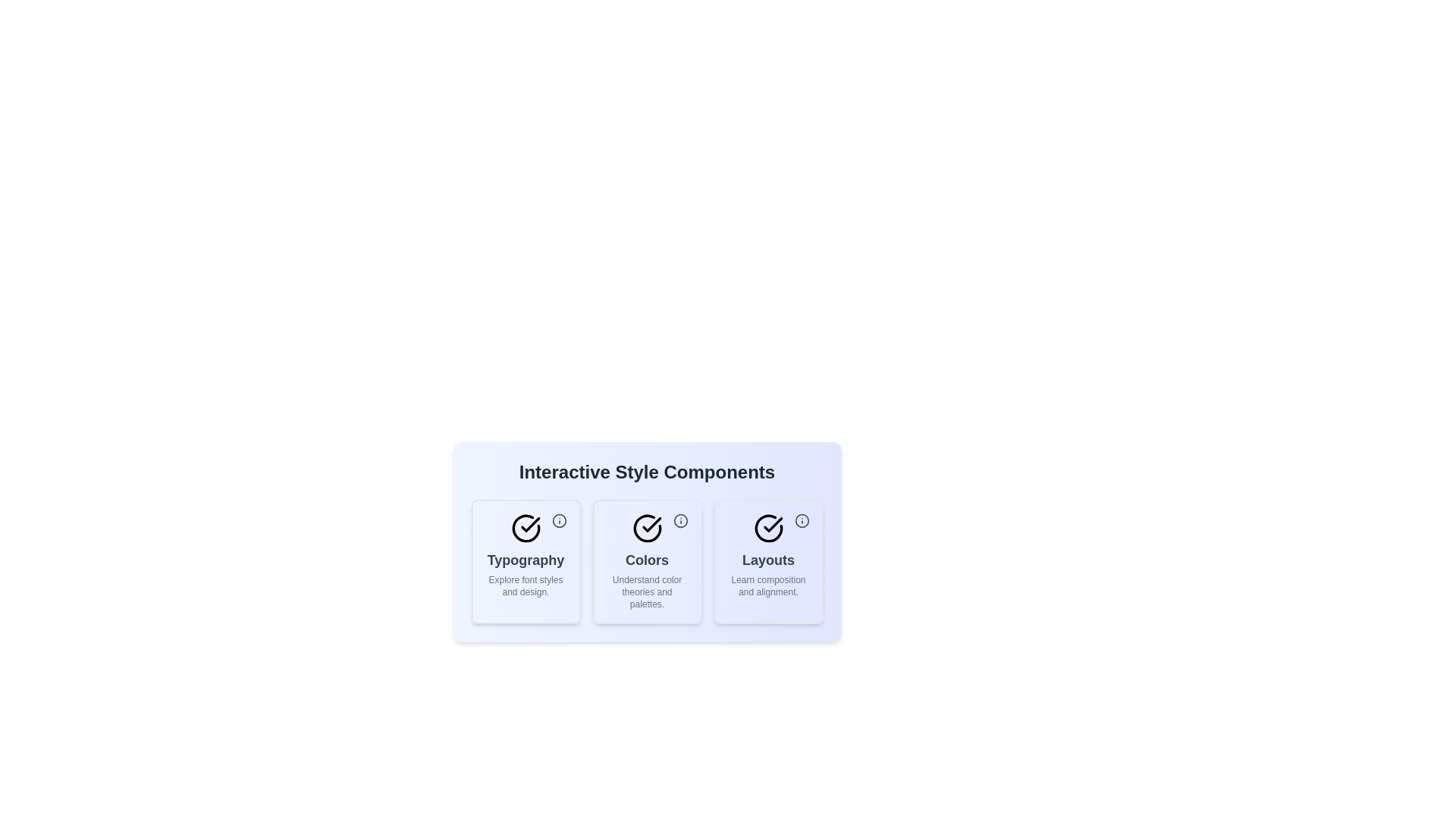 The width and height of the screenshot is (1456, 819). I want to click on the icon within the chip labeled 'Typography', so click(558, 519).